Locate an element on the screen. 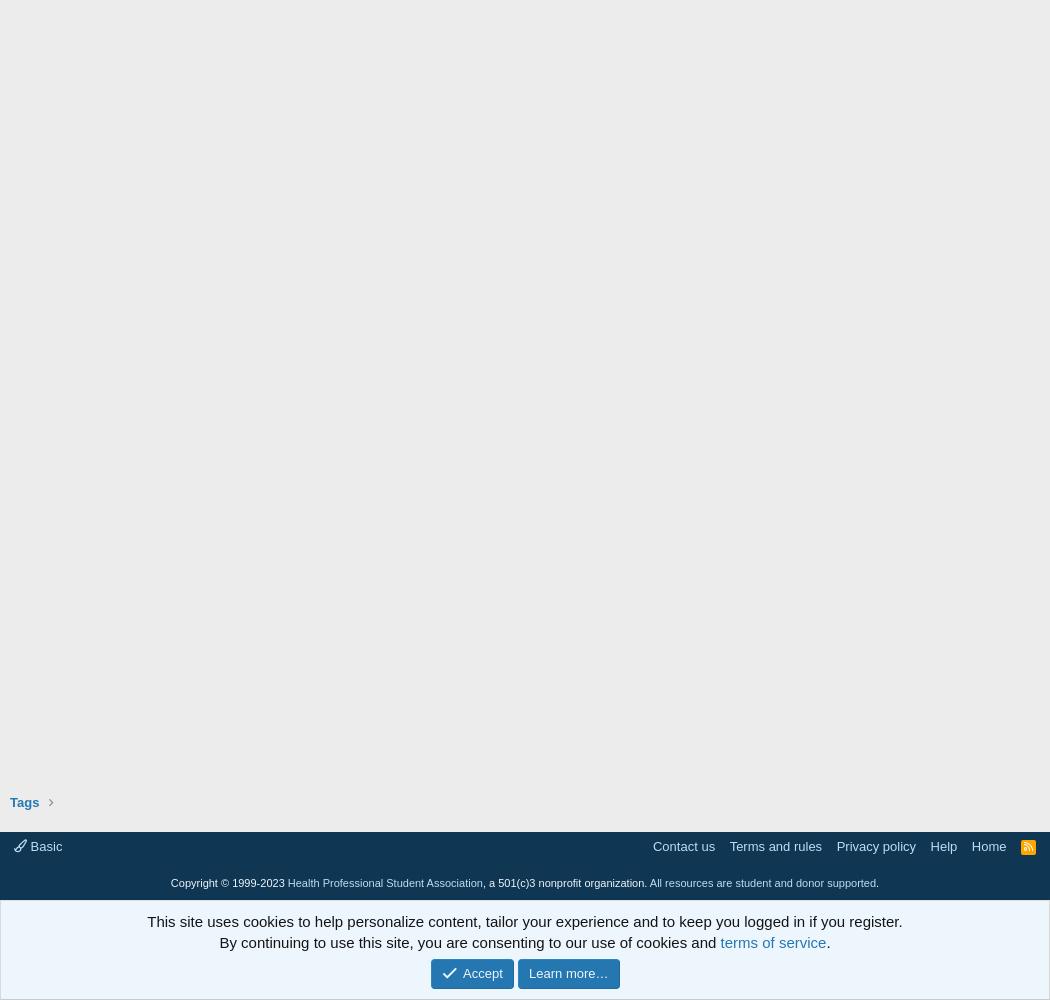 This screenshot has width=1050, height=1000. 'Copyright © 1999-2023' is located at coordinates (169, 883).